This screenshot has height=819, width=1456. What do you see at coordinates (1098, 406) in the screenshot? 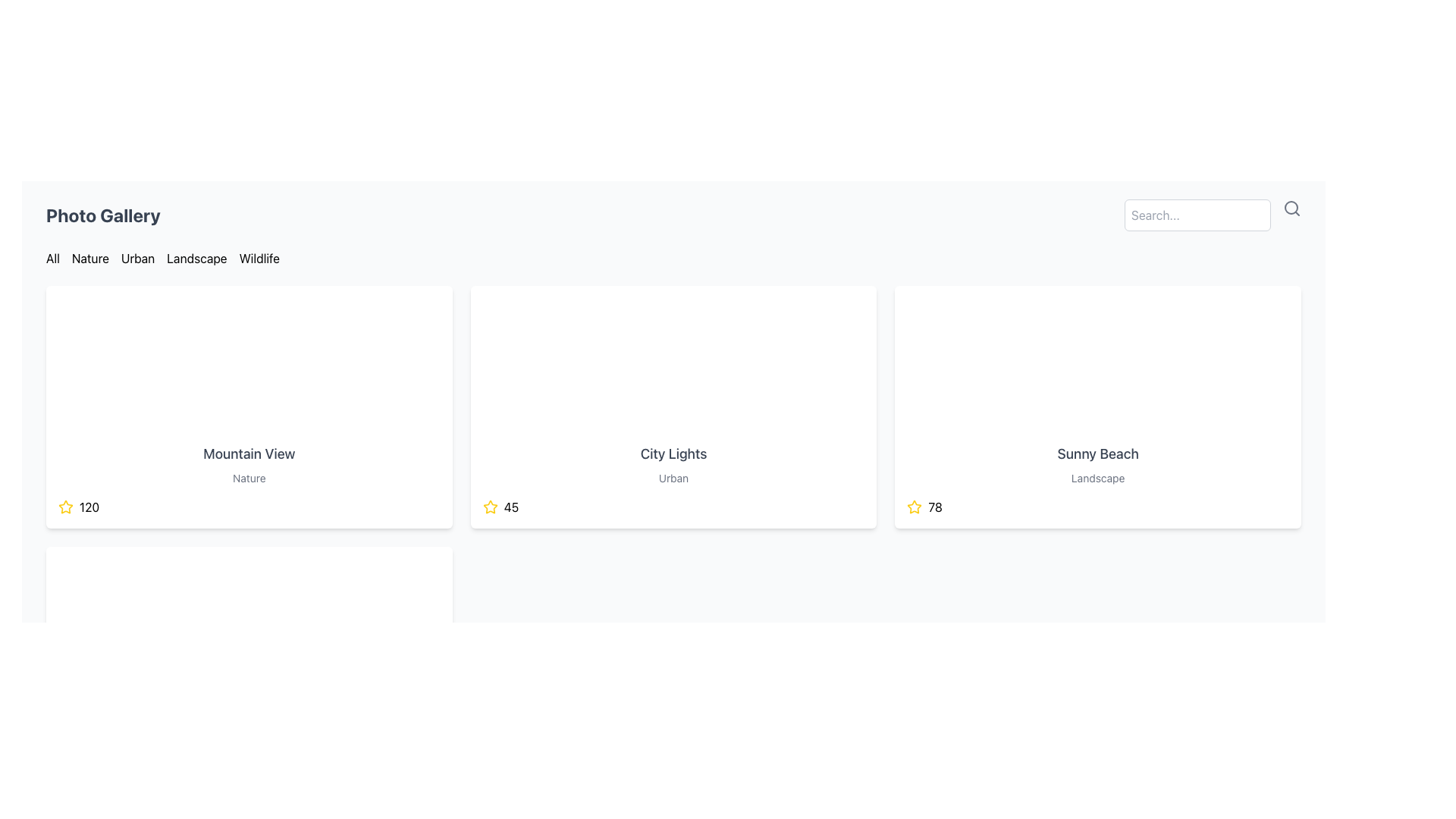
I see `the third Informative Card in the grid layout, located in the first row and to the right of the 'City Lights' card` at bounding box center [1098, 406].